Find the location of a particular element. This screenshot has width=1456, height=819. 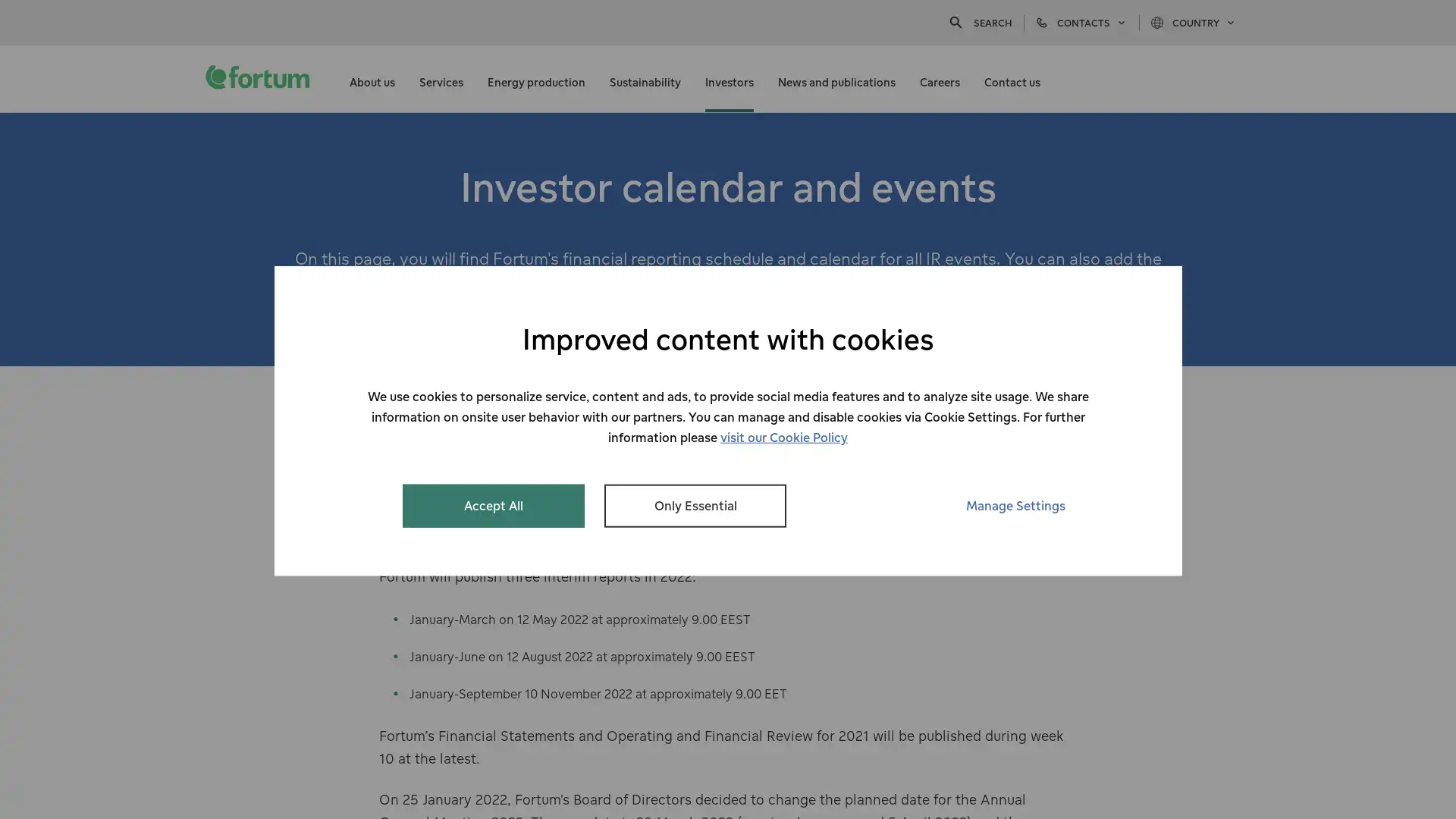

Contact us is located at coordinates (1012, 79).